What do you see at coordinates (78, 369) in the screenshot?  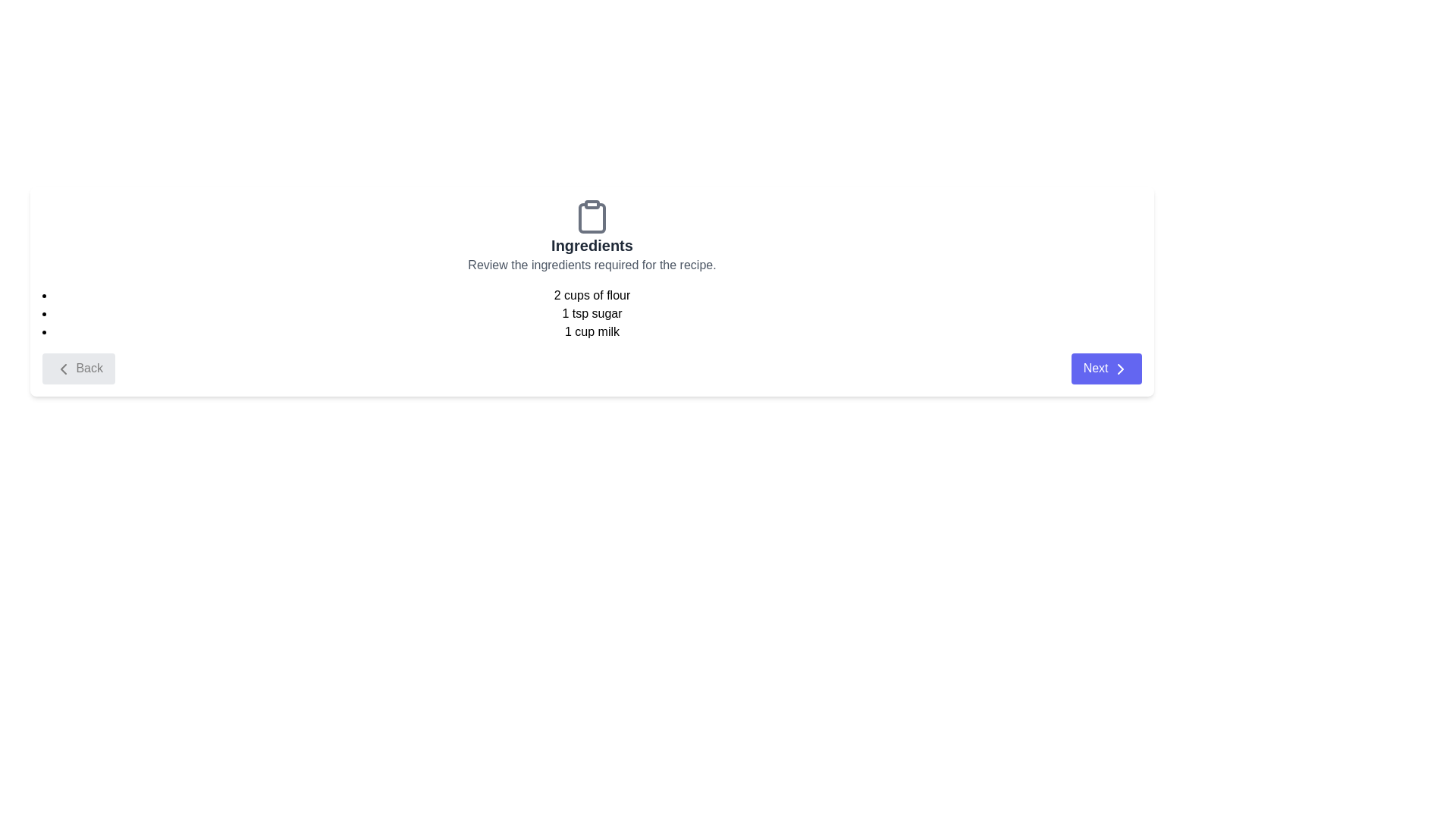 I see `the 'Back' button to navigate to the previous step` at bounding box center [78, 369].